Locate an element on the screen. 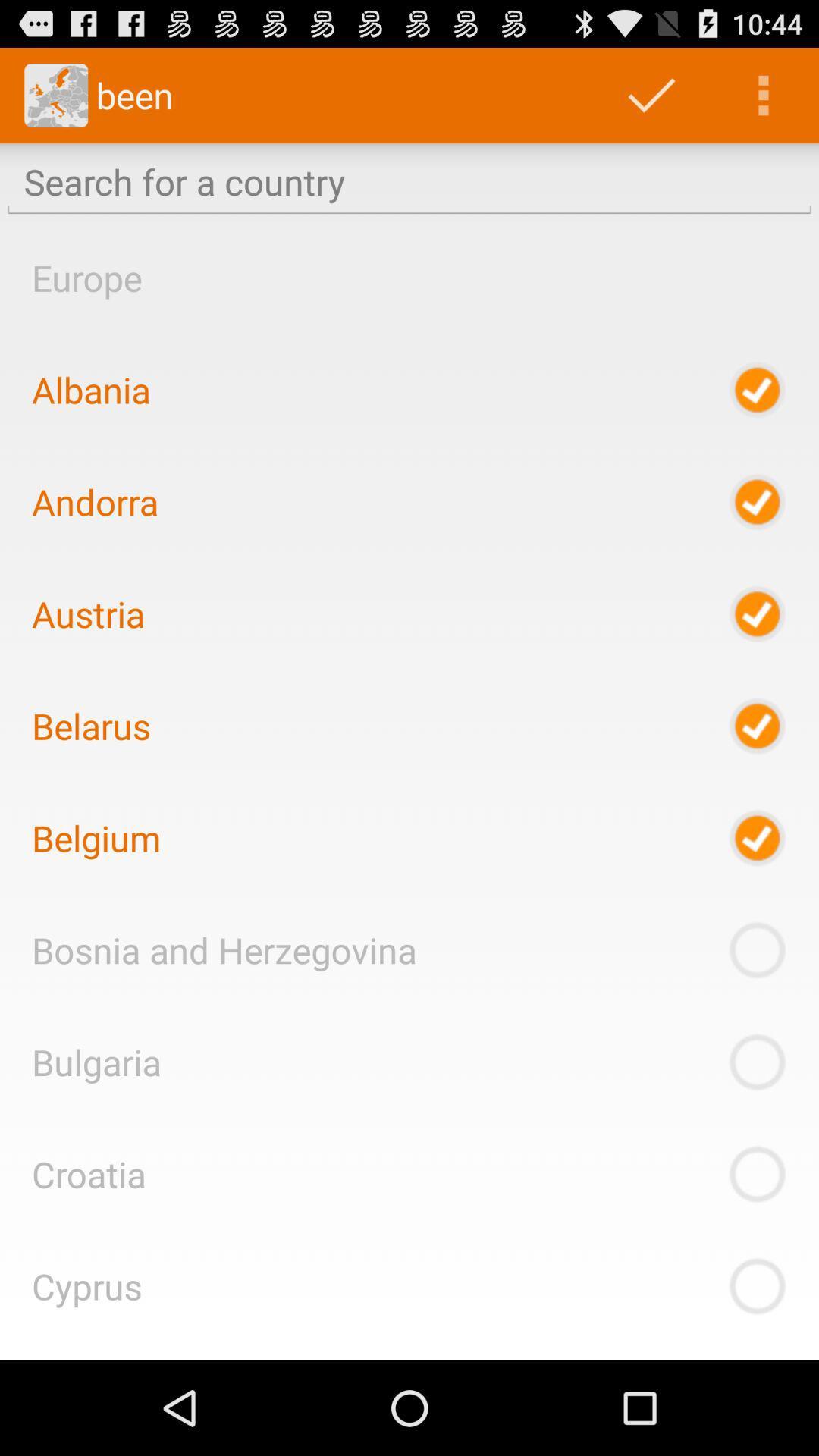 This screenshot has height=1456, width=819. bosnia and herzegovina item is located at coordinates (224, 949).